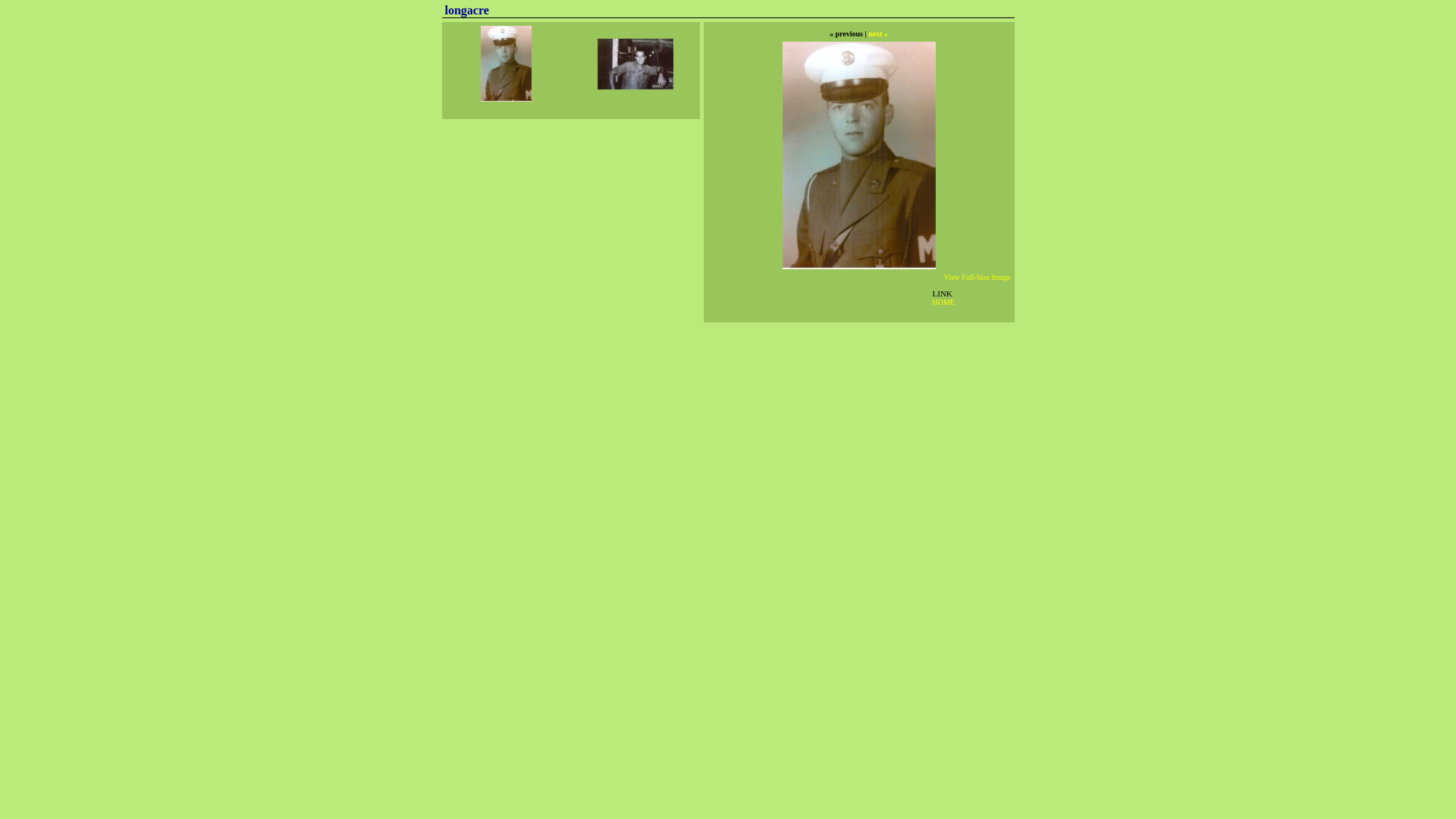 The height and width of the screenshot is (819, 1456). Describe the element at coordinates (943, 302) in the screenshot. I see `'HOME'` at that location.